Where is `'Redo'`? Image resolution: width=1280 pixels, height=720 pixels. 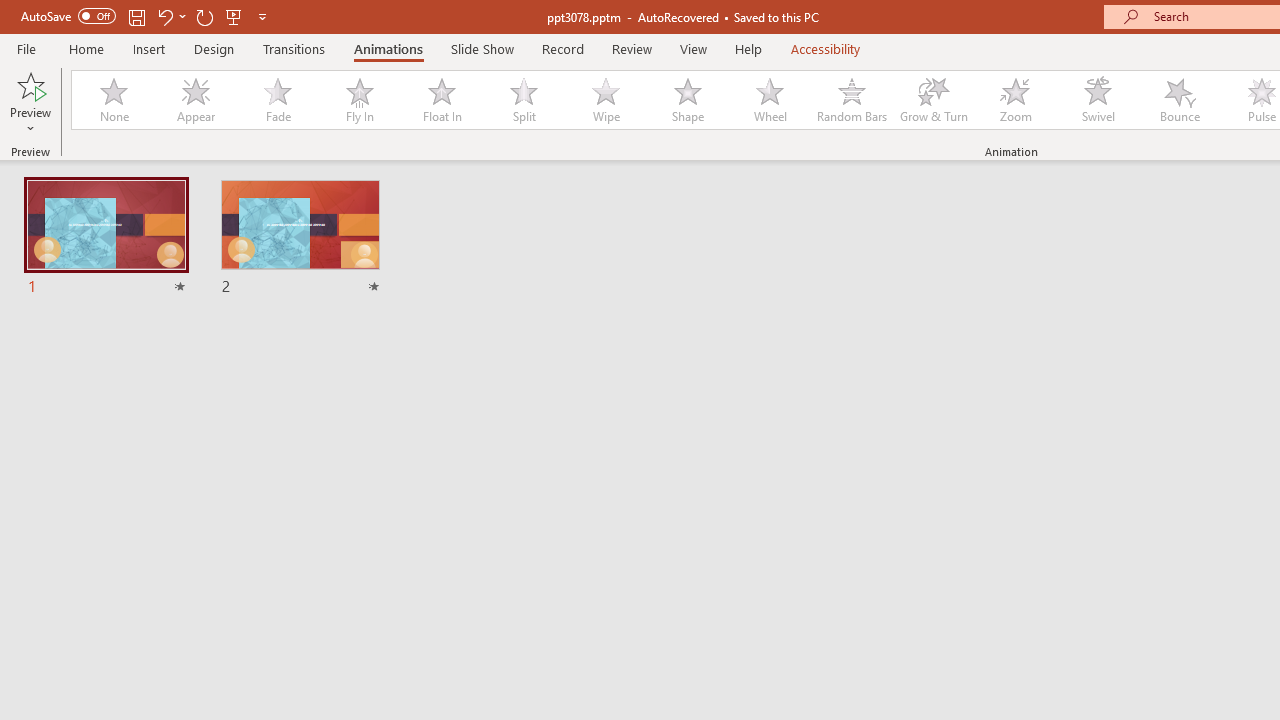 'Redo' is located at coordinates (204, 16).